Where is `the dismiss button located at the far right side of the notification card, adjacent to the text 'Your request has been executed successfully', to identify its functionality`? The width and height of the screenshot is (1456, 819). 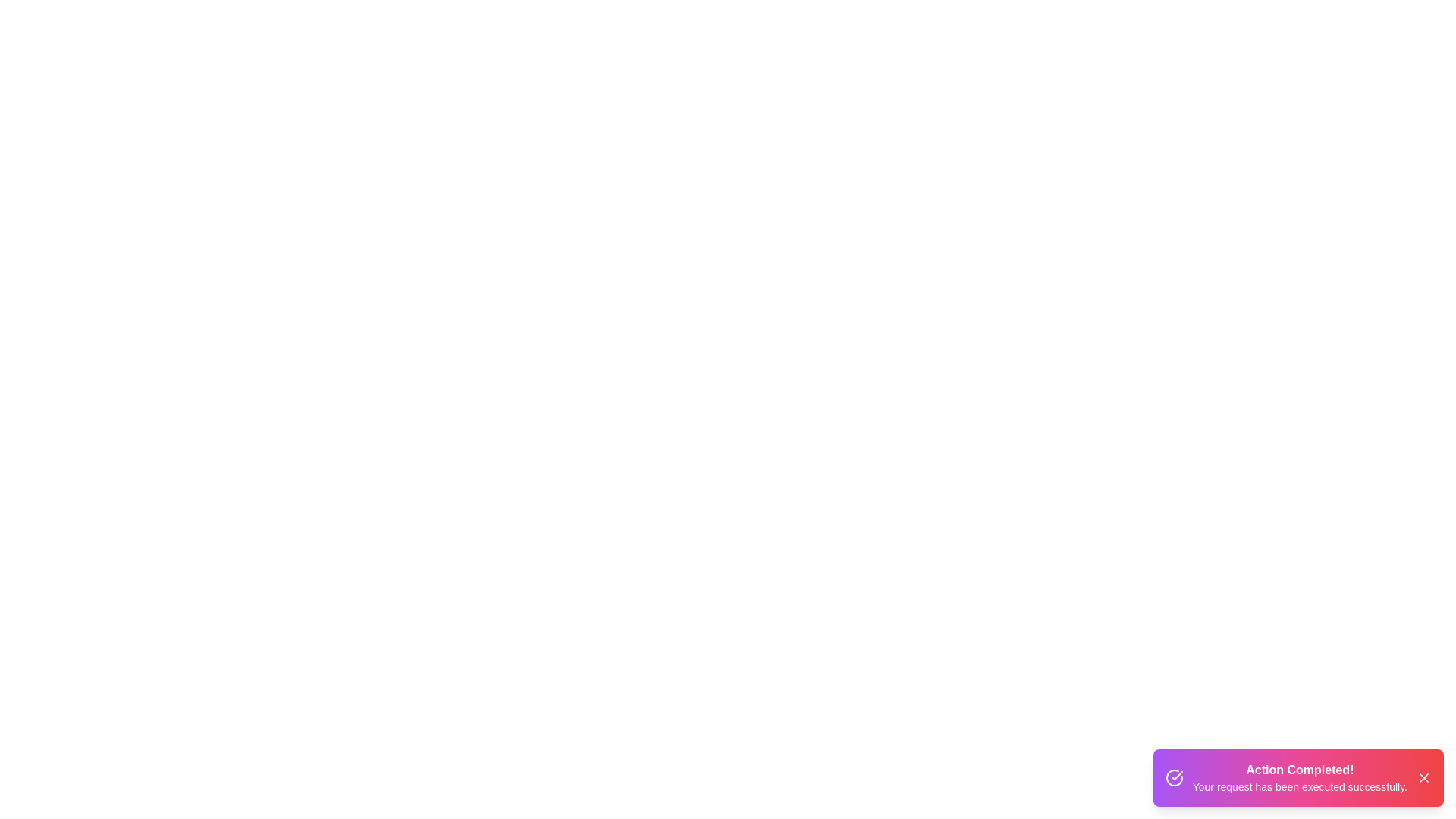 the dismiss button located at the far right side of the notification card, adjacent to the text 'Your request has been executed successfully', to identify its functionality is located at coordinates (1423, 778).